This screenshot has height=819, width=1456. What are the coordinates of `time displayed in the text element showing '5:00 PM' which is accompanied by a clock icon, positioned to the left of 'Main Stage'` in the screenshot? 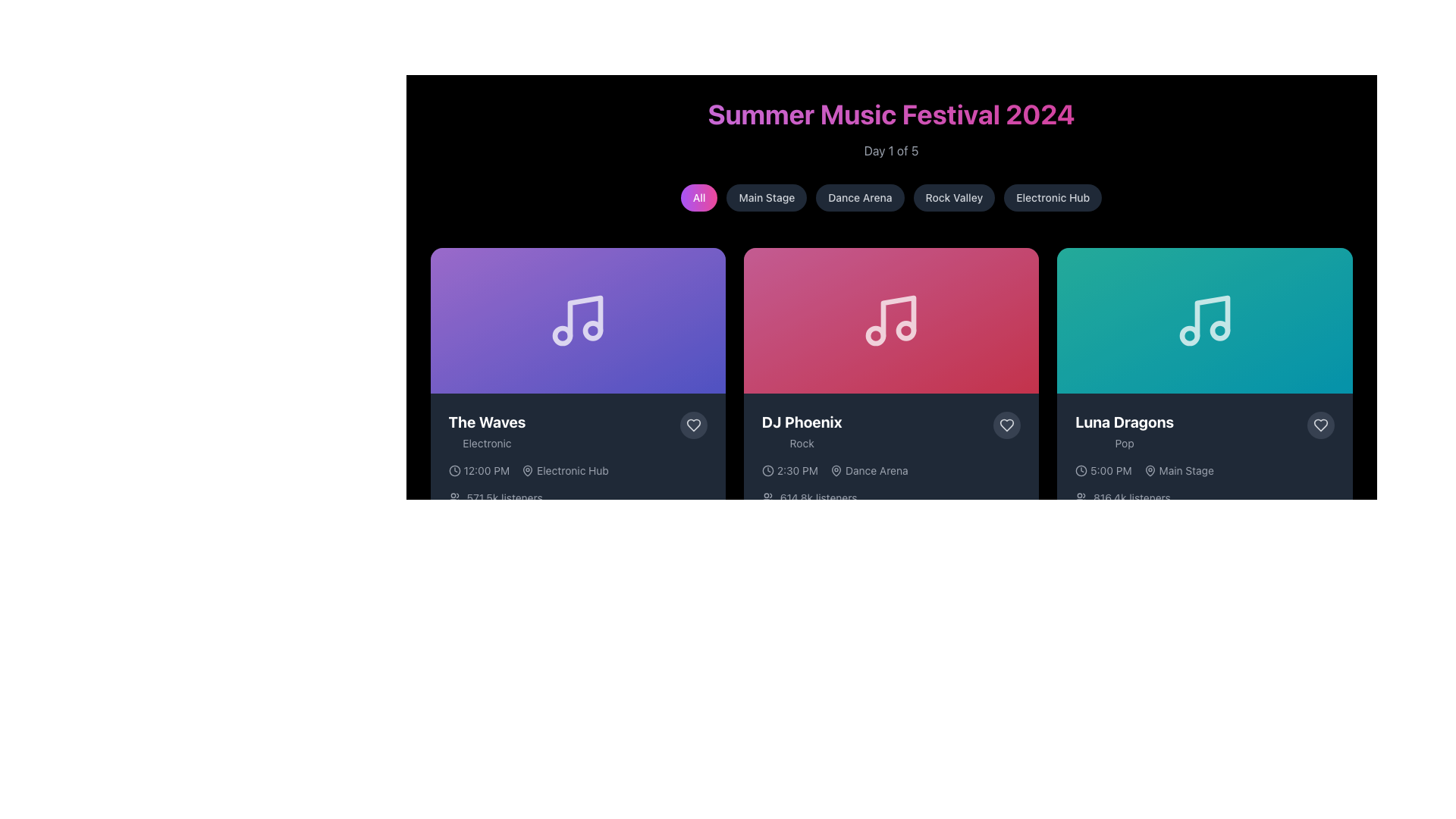 It's located at (1103, 470).